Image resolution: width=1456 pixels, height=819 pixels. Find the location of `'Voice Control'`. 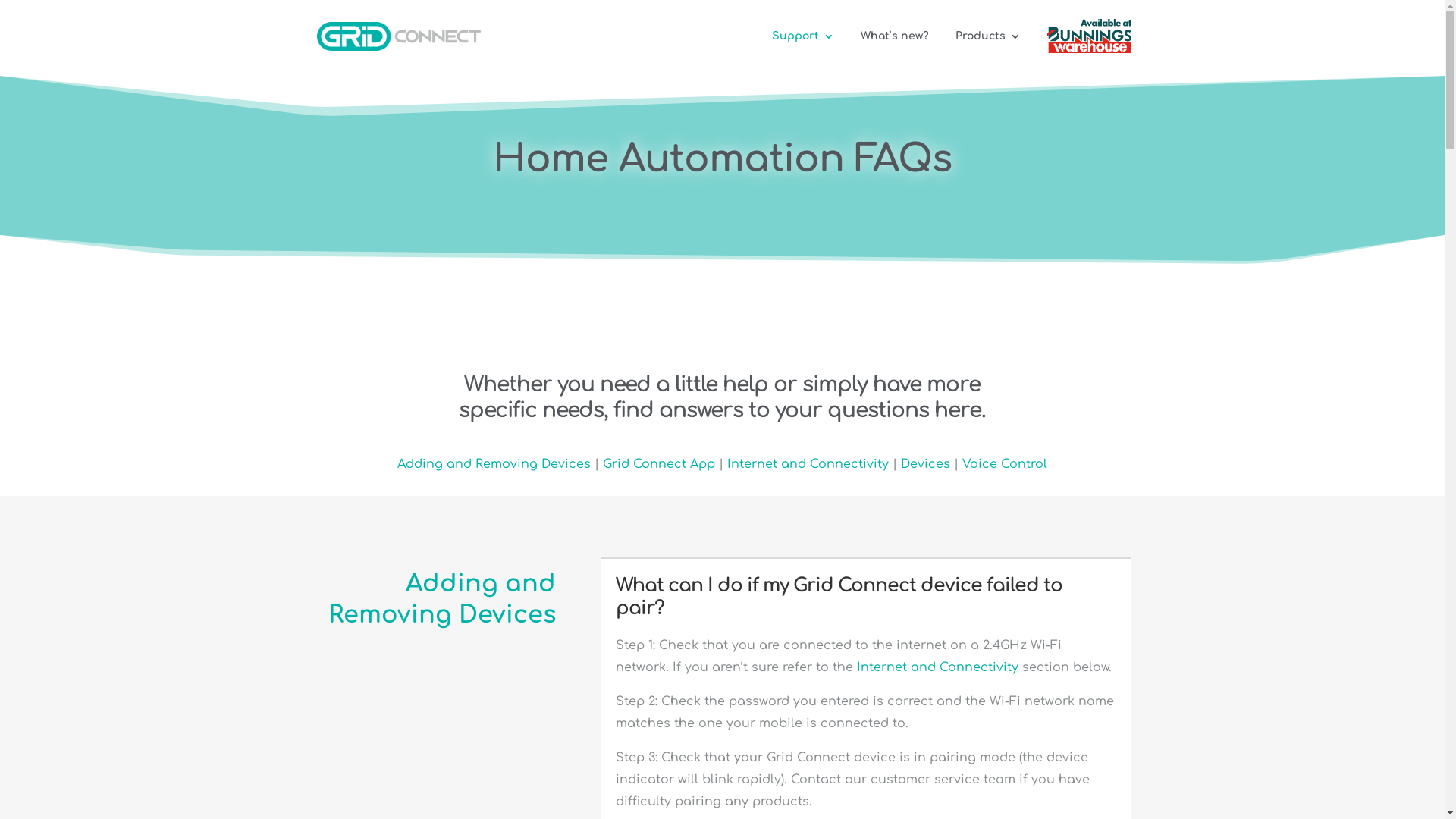

'Voice Control' is located at coordinates (1004, 463).